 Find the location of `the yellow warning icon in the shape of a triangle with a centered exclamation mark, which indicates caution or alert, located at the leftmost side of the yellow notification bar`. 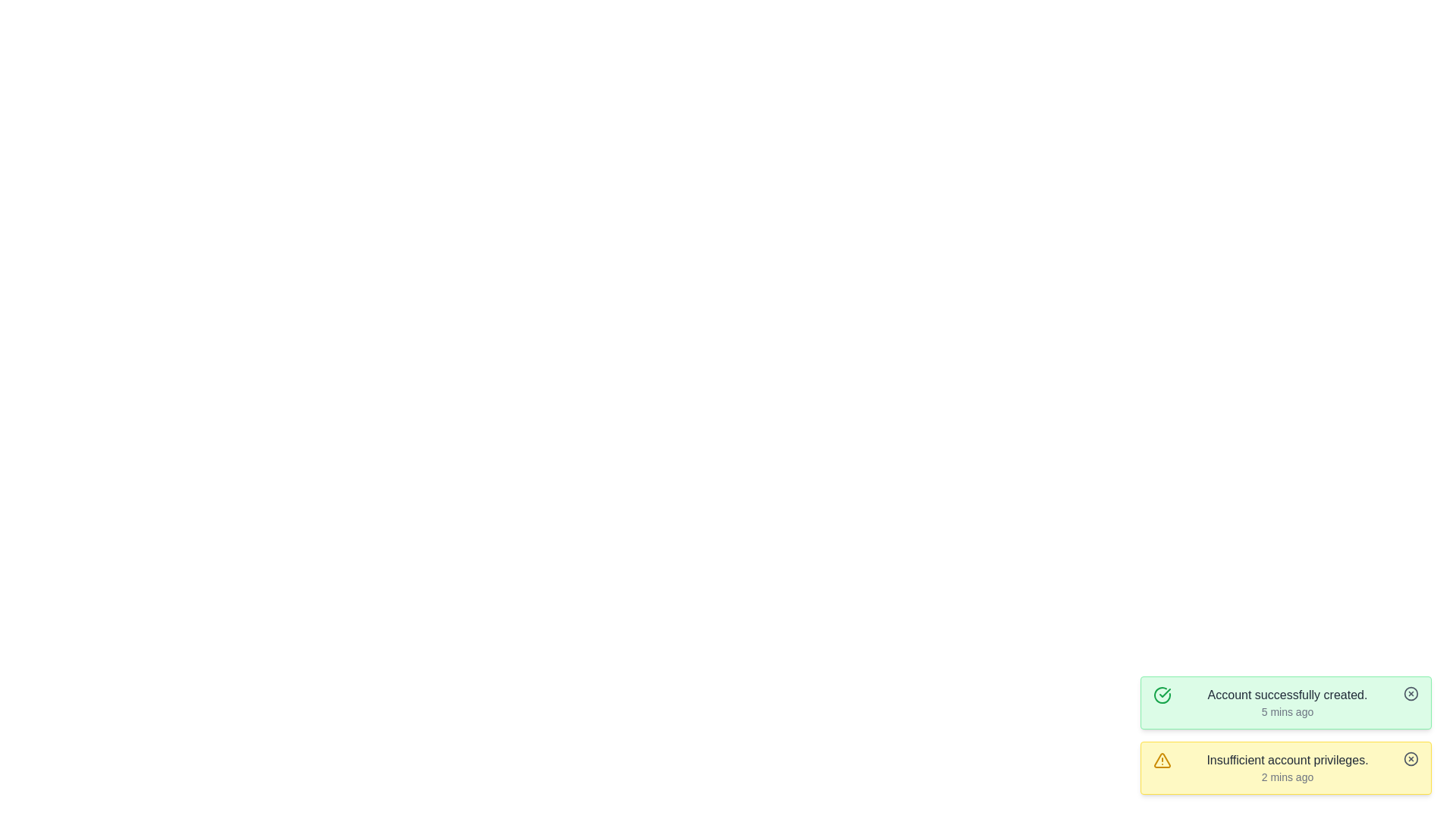

the yellow warning icon in the shape of a triangle with a centered exclamation mark, which indicates caution or alert, located at the leftmost side of the yellow notification bar is located at coordinates (1161, 760).